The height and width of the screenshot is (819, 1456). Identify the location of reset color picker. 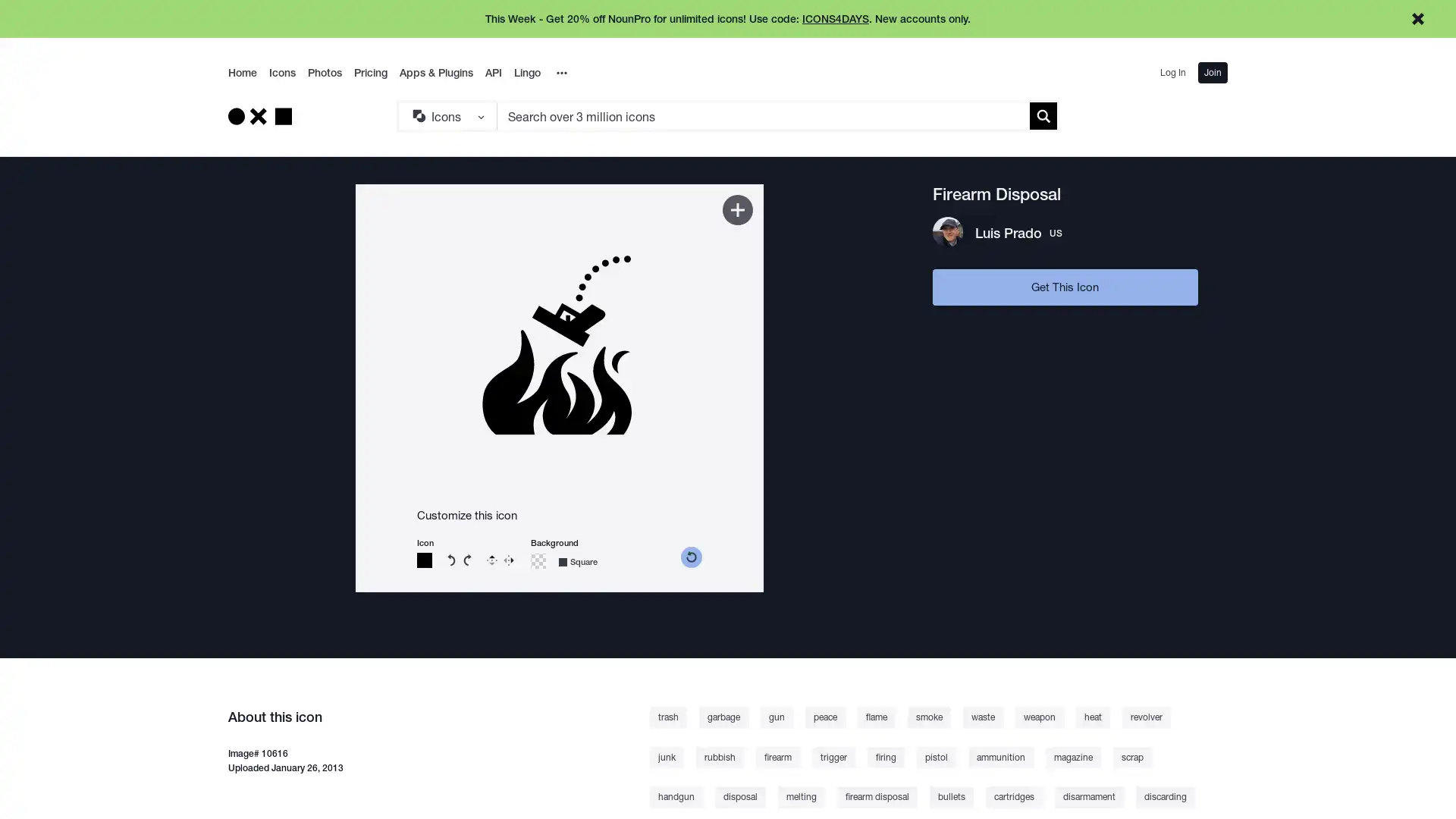
(690, 557).